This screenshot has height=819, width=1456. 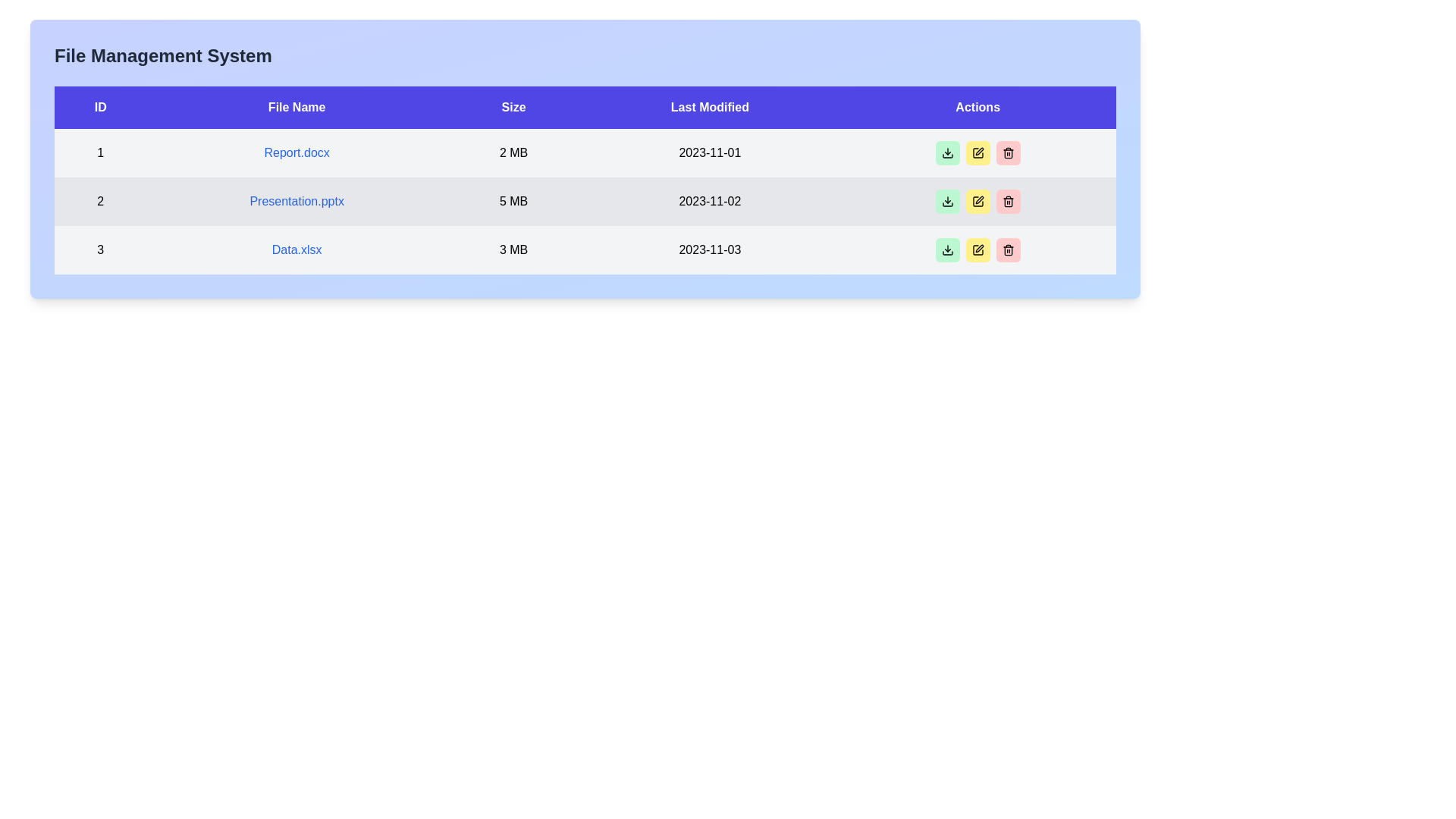 What do you see at coordinates (297, 249) in the screenshot?
I see `the clickable link 'Data.xlsx' styled in bold blue font located in the third row under the 'File Name' column of the table` at bounding box center [297, 249].